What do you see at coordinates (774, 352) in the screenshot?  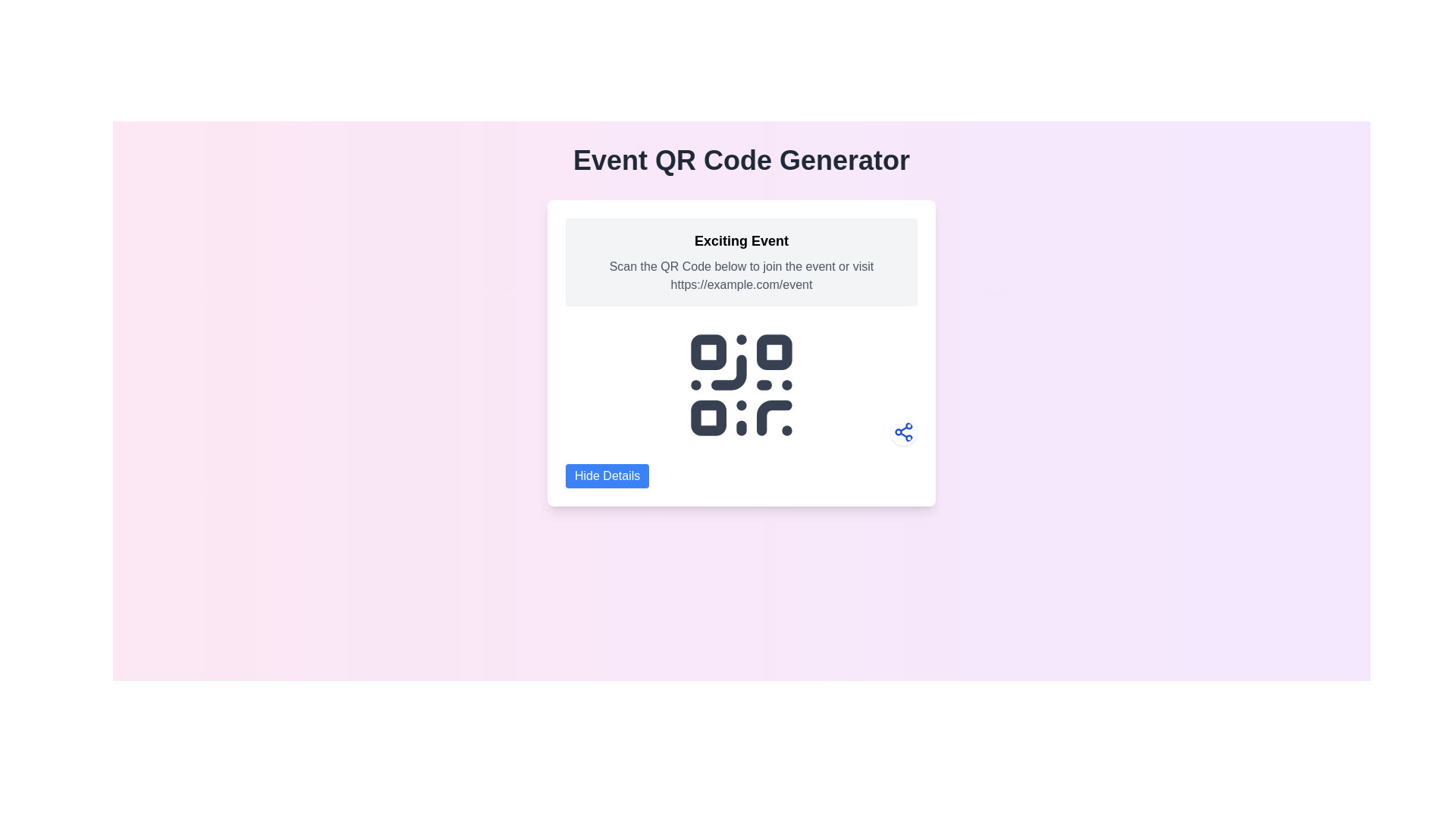 I see `the second small square from the left in the top row of the QR code graphic, which is visually aligned to the right of the top-left square` at bounding box center [774, 352].